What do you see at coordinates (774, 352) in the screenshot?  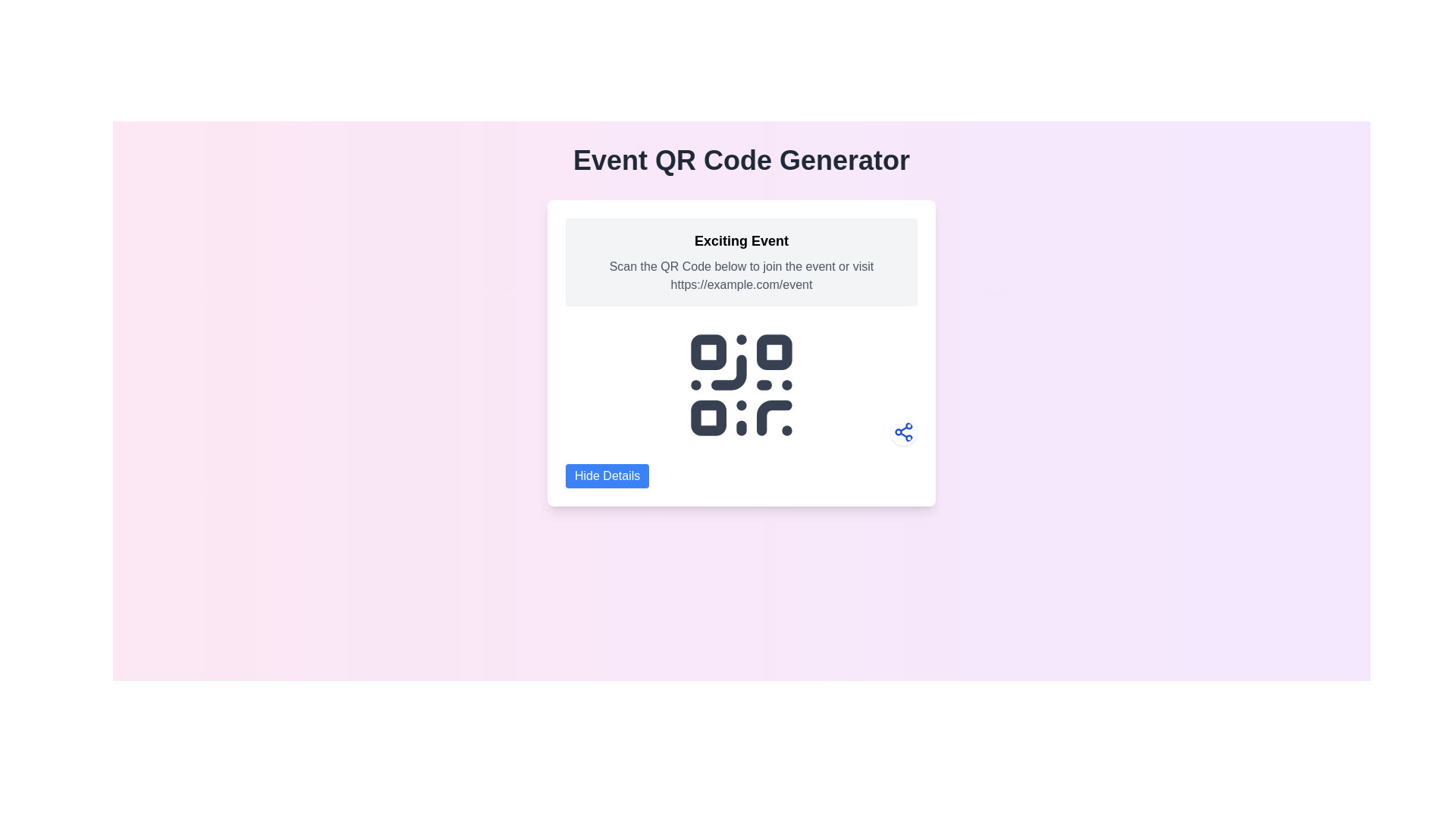 I see `the second small square from the left in the top row of the QR code graphic, which is visually aligned to the right of the top-left square` at bounding box center [774, 352].